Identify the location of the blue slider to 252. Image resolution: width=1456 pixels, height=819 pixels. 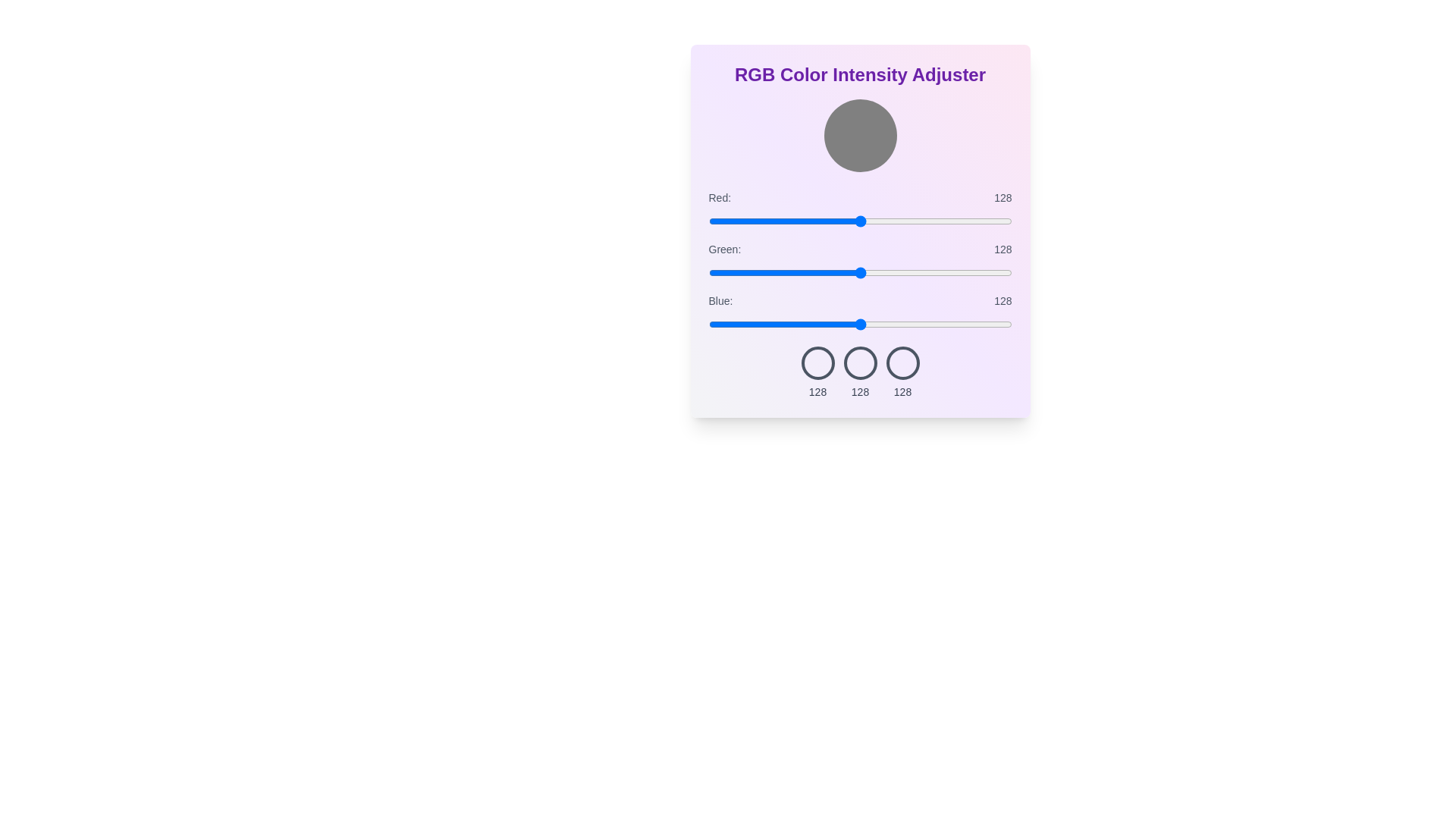
(1008, 324).